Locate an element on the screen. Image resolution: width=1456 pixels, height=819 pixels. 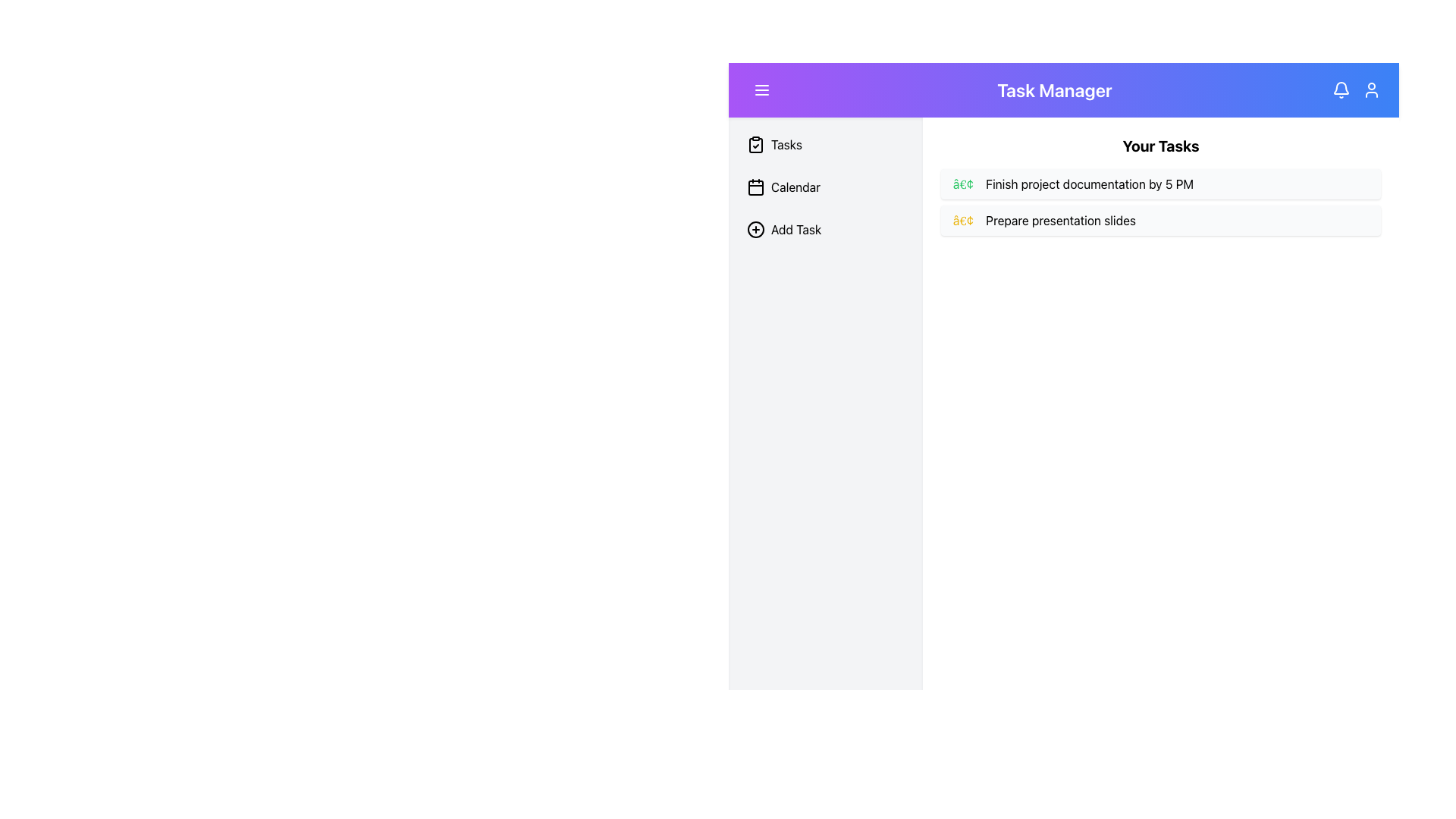
the 'Tasks' button located in the left sidebar, which has a white background, rounded edges, a clipboard icon with a checkmark, and bold black text on the right is located at coordinates (774, 145).